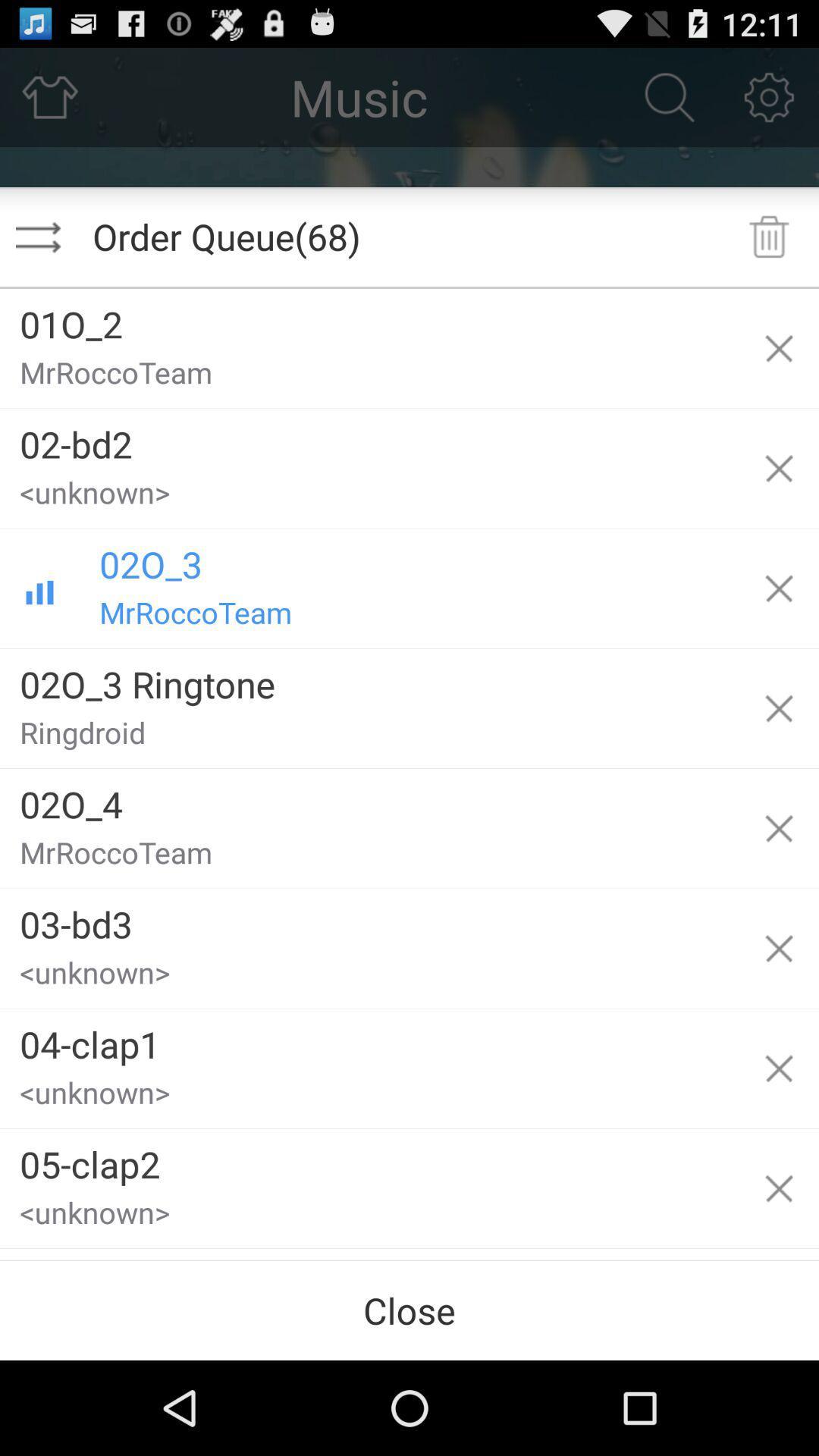  Describe the element at coordinates (369, 318) in the screenshot. I see `01o_2 app` at that location.